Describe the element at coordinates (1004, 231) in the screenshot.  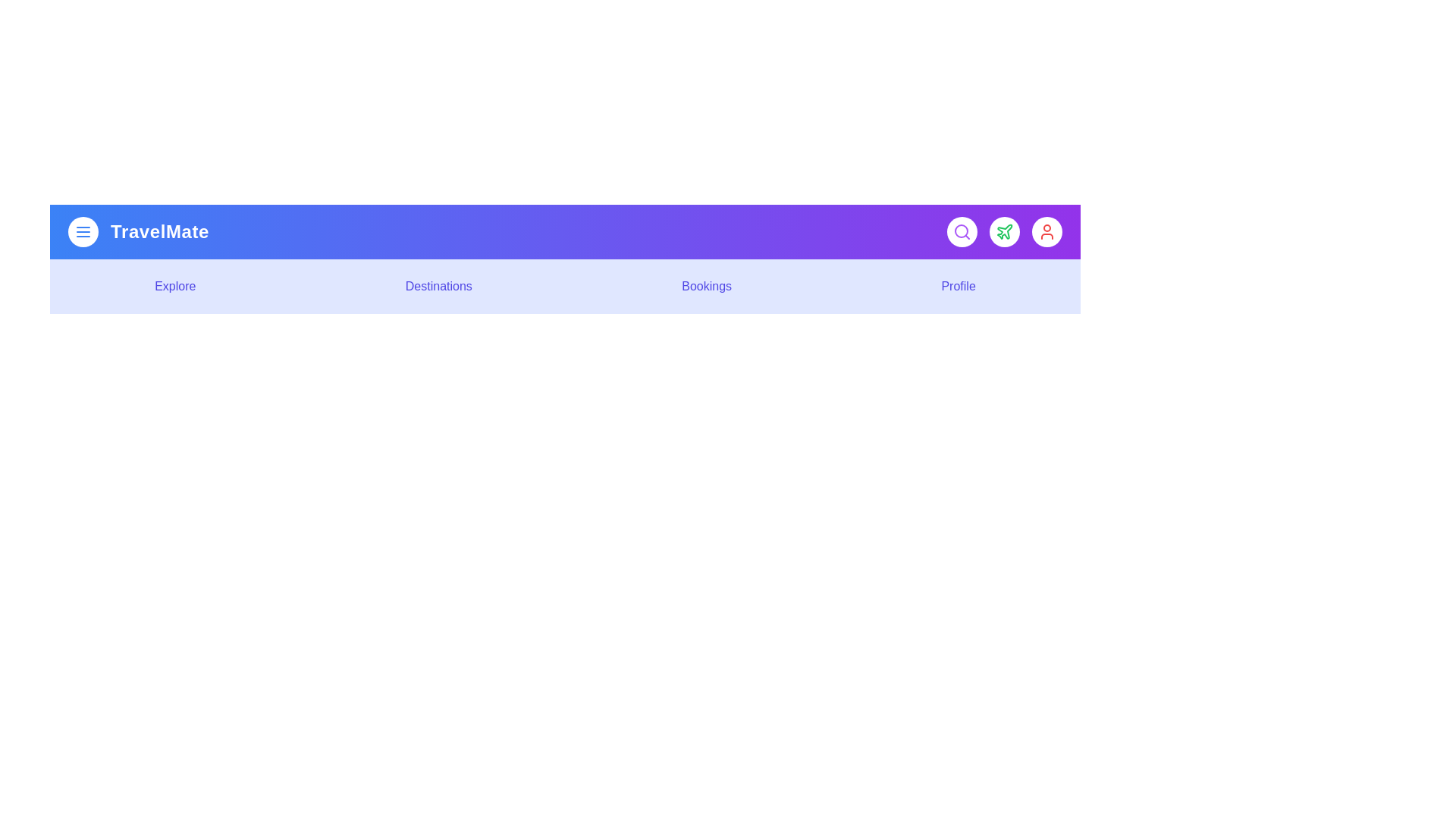
I see `the plane button to navigate to destinations` at that location.